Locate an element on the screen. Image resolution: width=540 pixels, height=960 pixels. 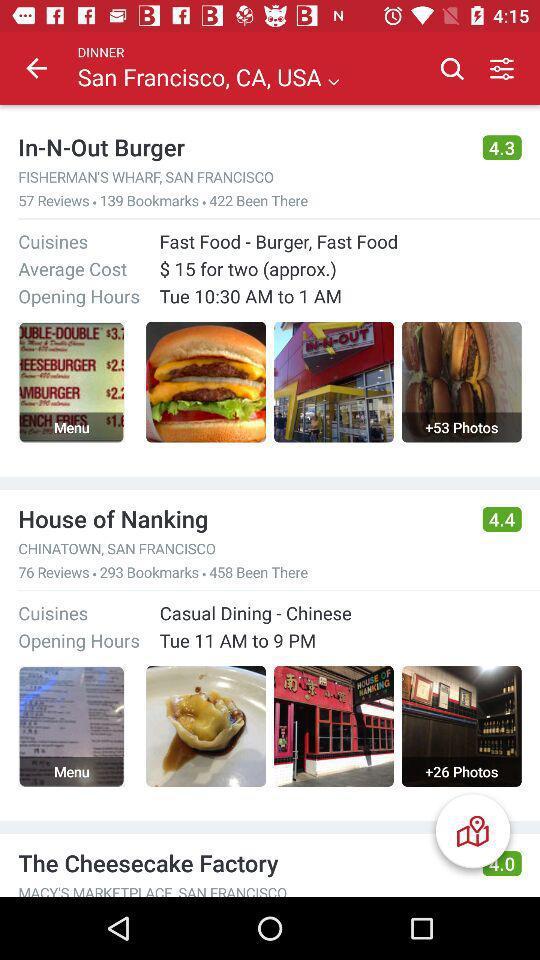
item next to 76 reviews icon is located at coordinates (93, 574).